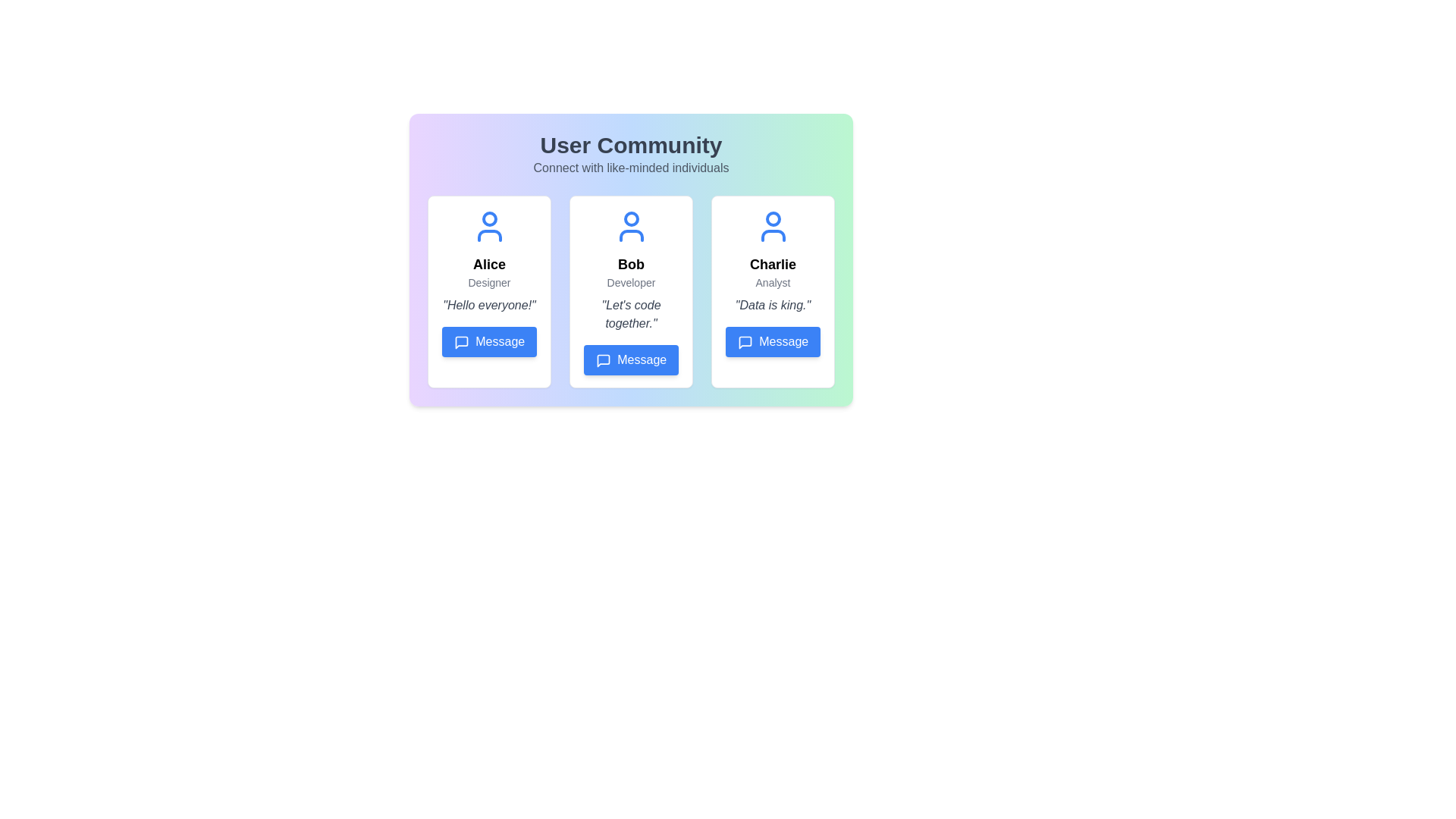 This screenshot has width=1456, height=819. What do you see at coordinates (773, 263) in the screenshot?
I see `the bold text label displaying 'Charlie' located in the third user card, positioned below the user icon and above the designation text 'Analyst'` at bounding box center [773, 263].